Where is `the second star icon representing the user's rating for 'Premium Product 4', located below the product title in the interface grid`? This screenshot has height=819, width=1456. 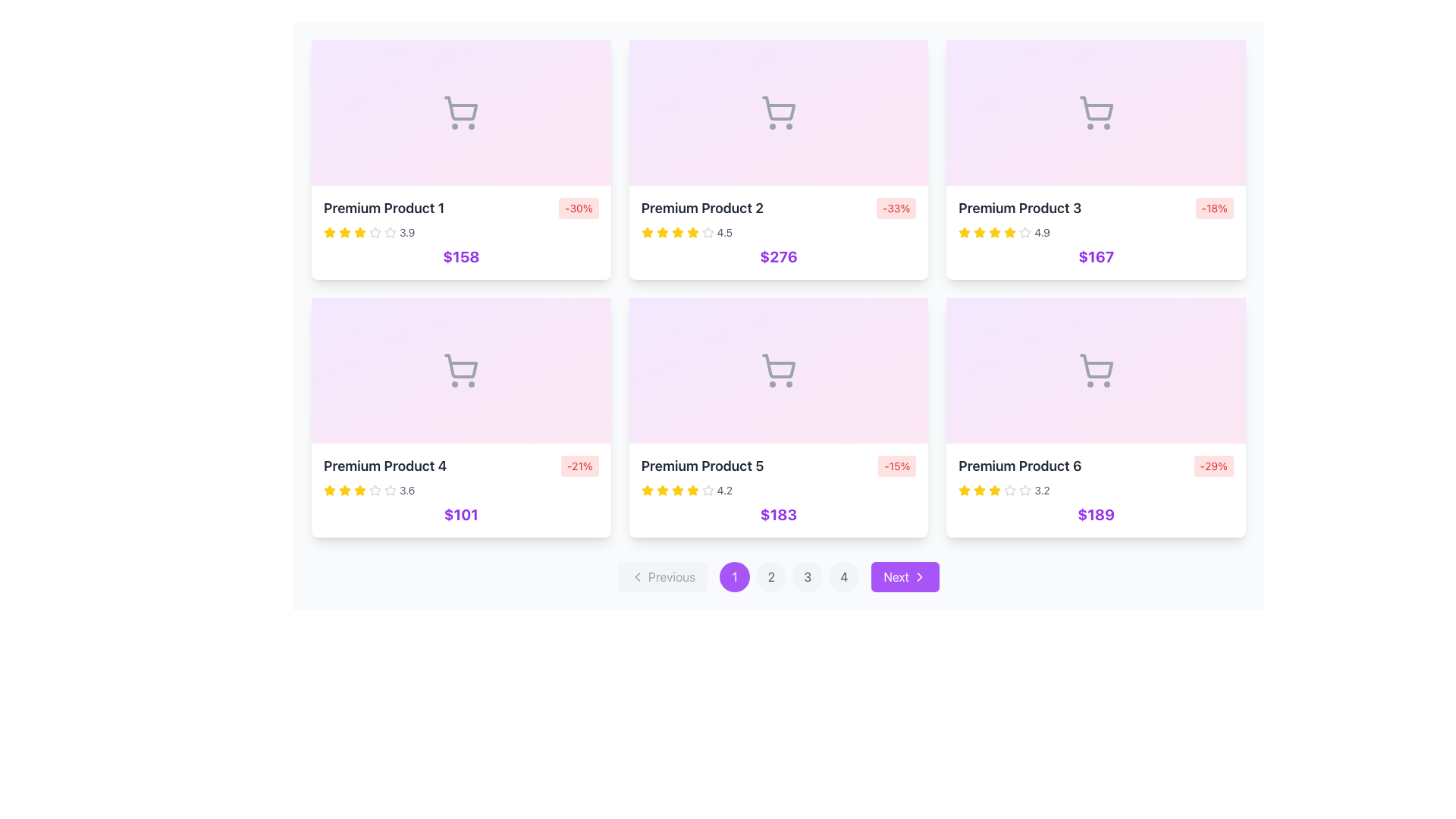
the second star icon representing the user's rating for 'Premium Product 4', located below the product title in the interface grid is located at coordinates (329, 490).